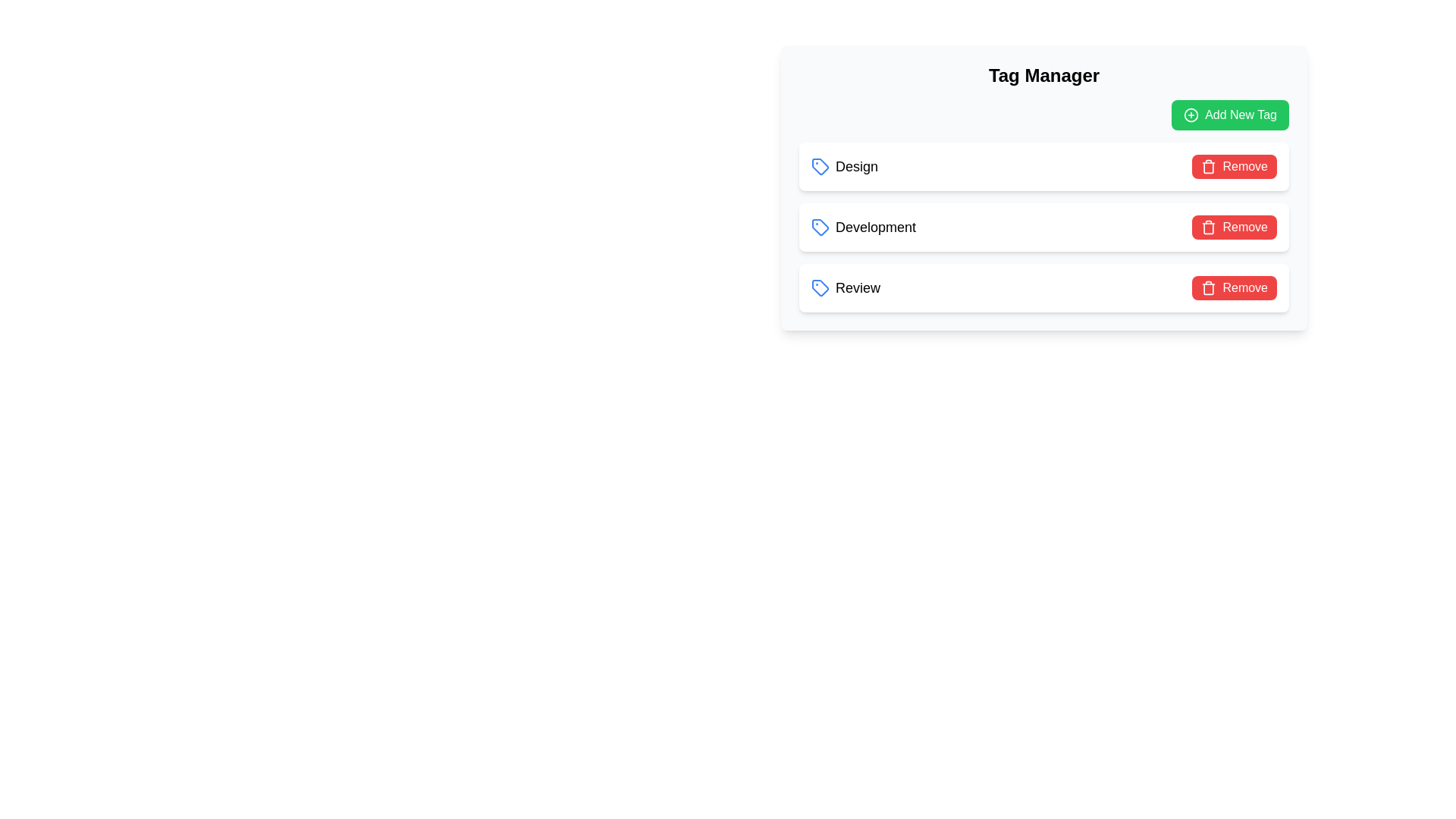 This screenshot has height=819, width=1456. I want to click on the remove icon located within the red 'Remove' button in the 'Design' row of the 'Tag Manager' interface to initiate the removal action, so click(1207, 166).